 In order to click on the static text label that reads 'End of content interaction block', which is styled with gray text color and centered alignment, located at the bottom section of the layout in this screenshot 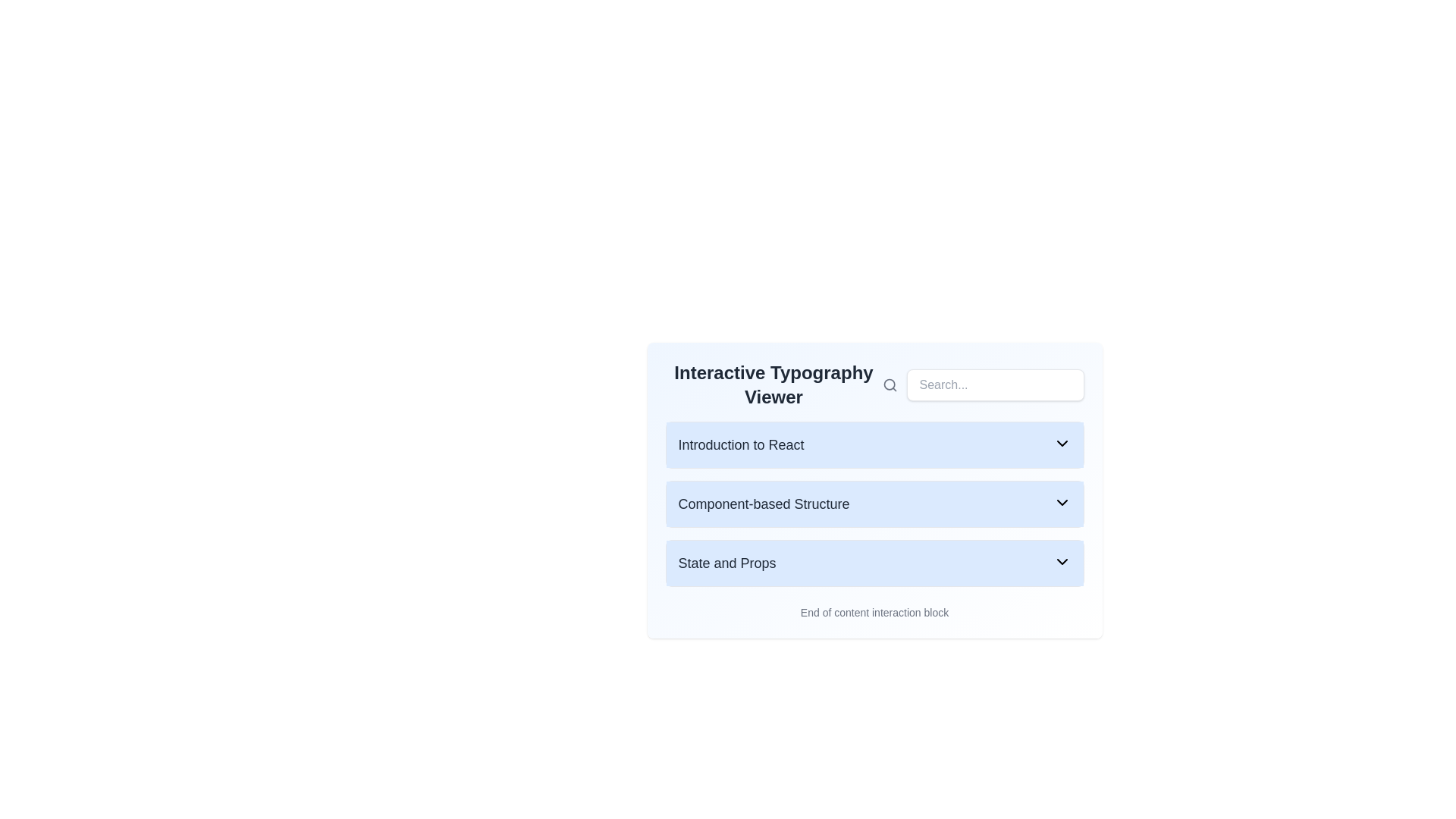, I will do `click(874, 611)`.